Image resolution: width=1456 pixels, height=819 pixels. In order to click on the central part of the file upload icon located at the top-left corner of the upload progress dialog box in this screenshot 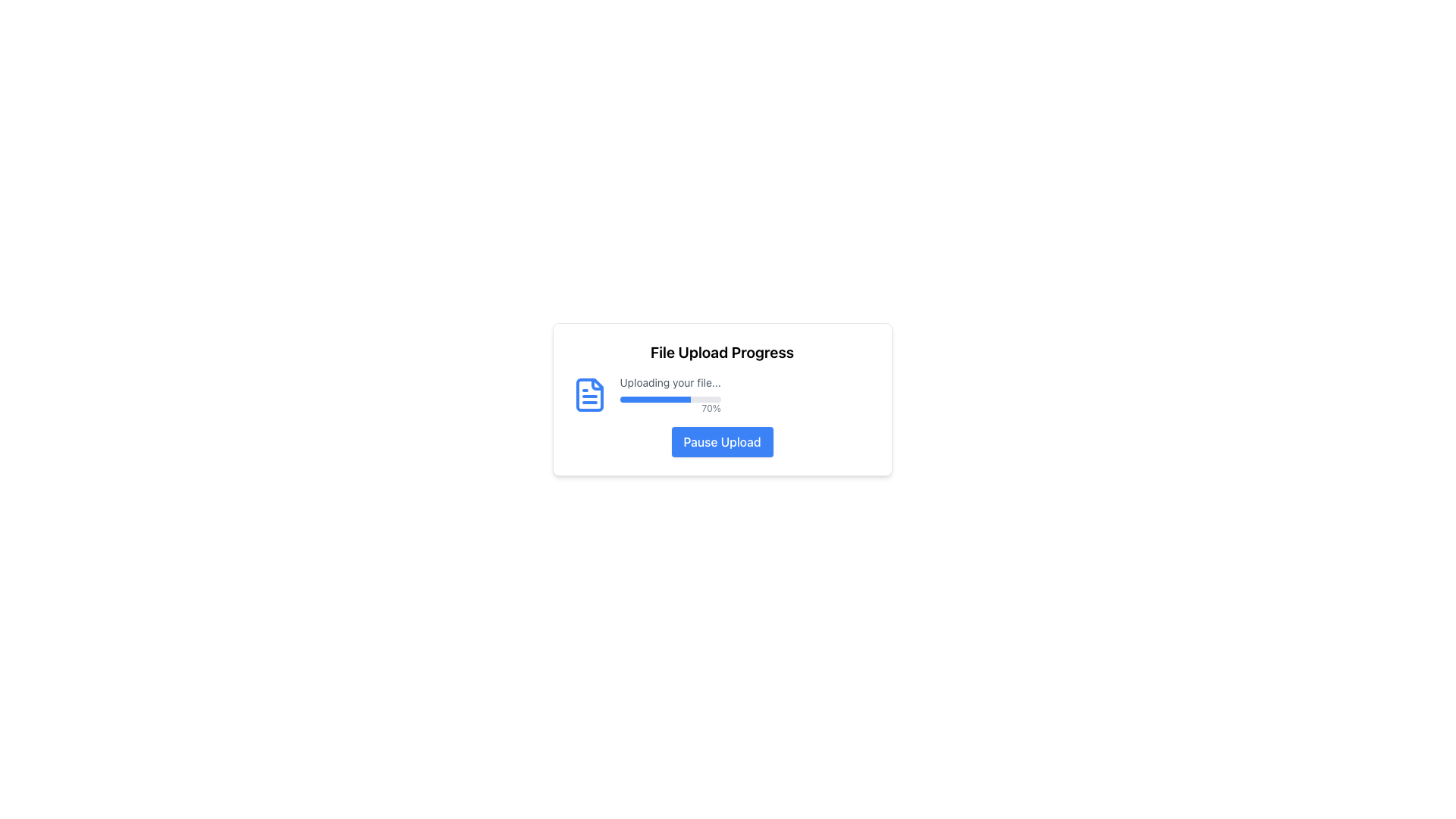, I will do `click(588, 394)`.